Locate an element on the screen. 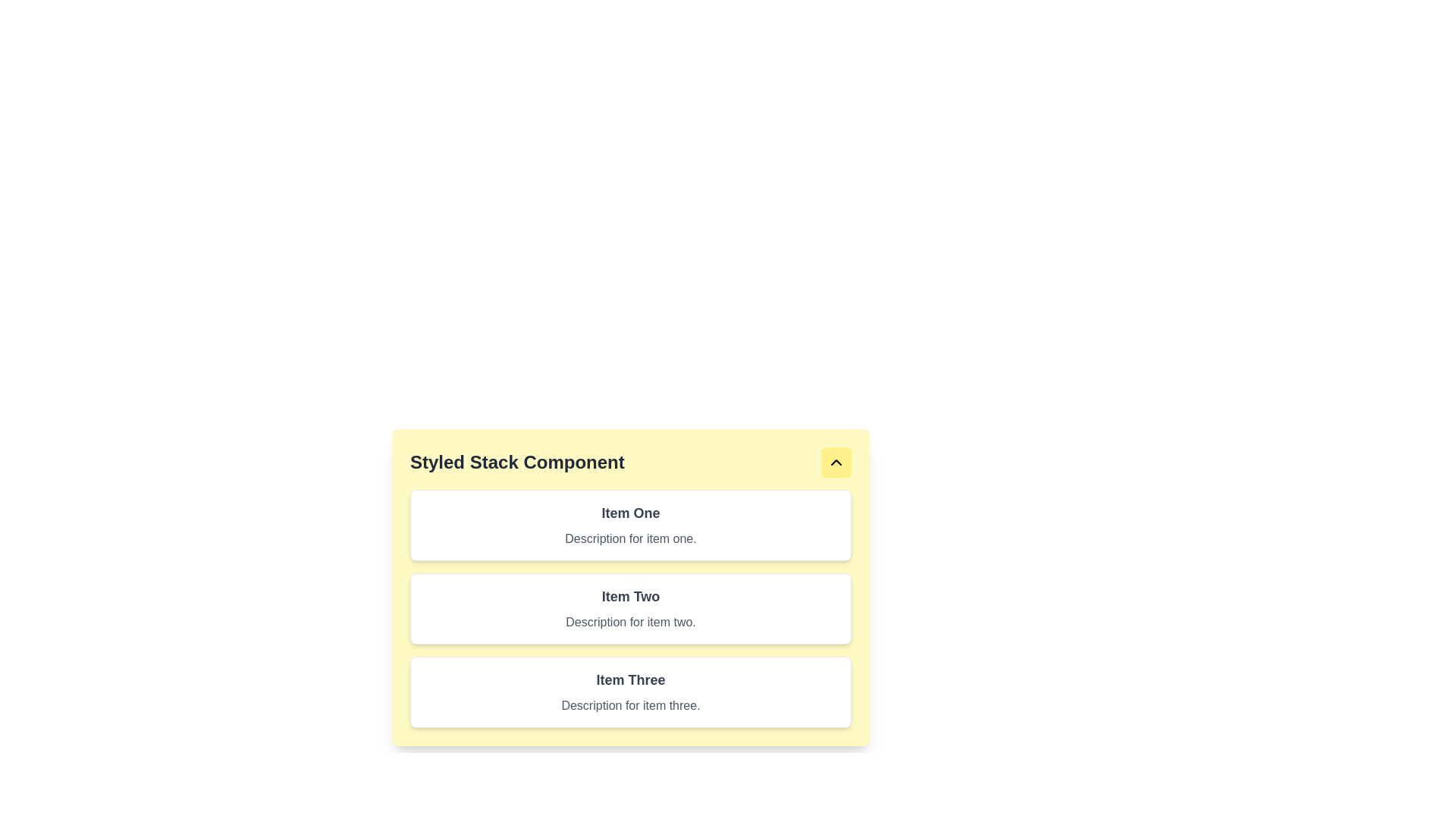 The width and height of the screenshot is (1456, 819). the third card in a vertical stack, which has a white background and contains the text 'Item Three' in bold and 'Description for item three' in smaller gray font is located at coordinates (630, 692).